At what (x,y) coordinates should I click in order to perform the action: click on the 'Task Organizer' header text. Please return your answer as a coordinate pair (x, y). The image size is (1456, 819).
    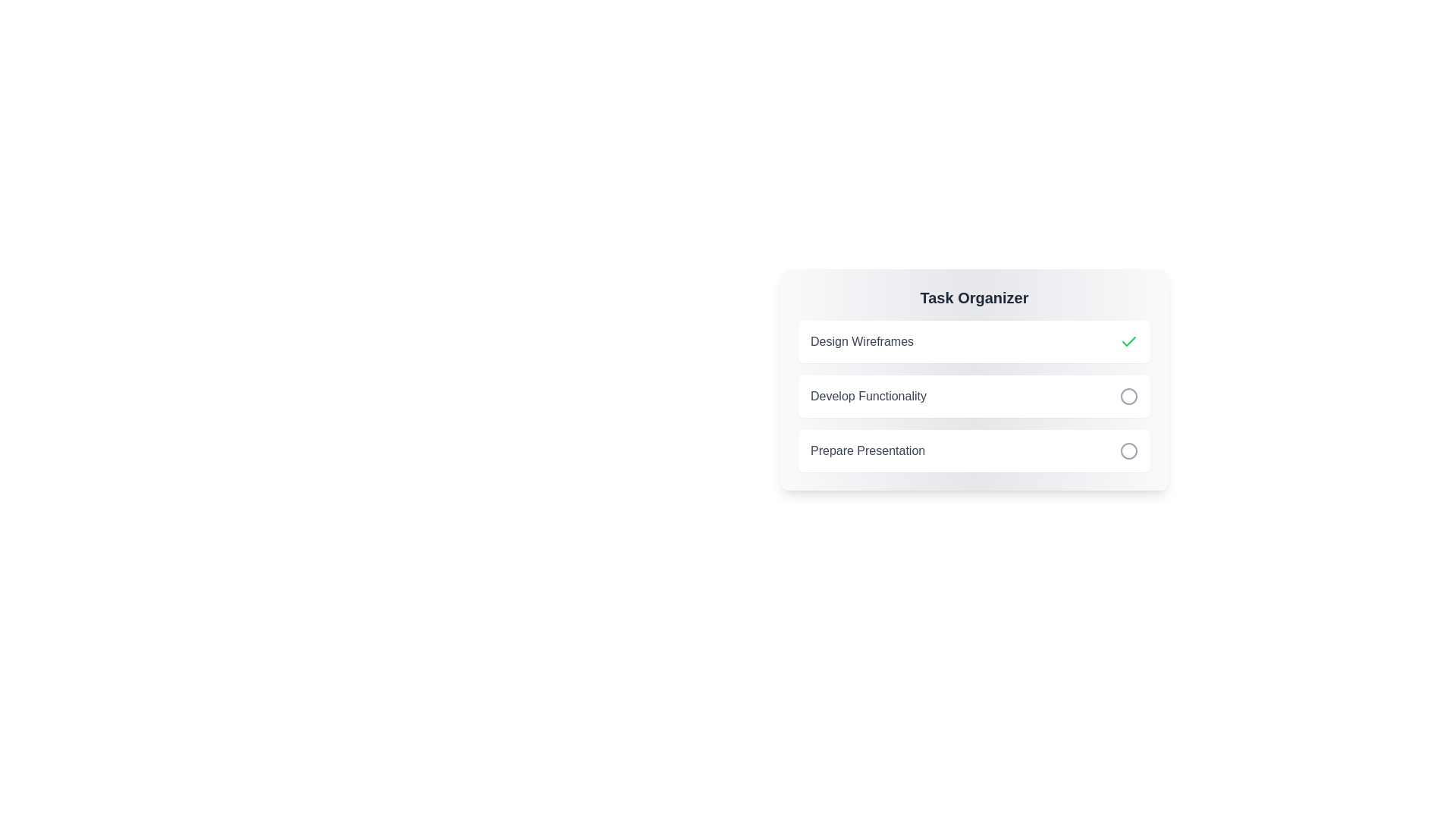
    Looking at the image, I should click on (974, 298).